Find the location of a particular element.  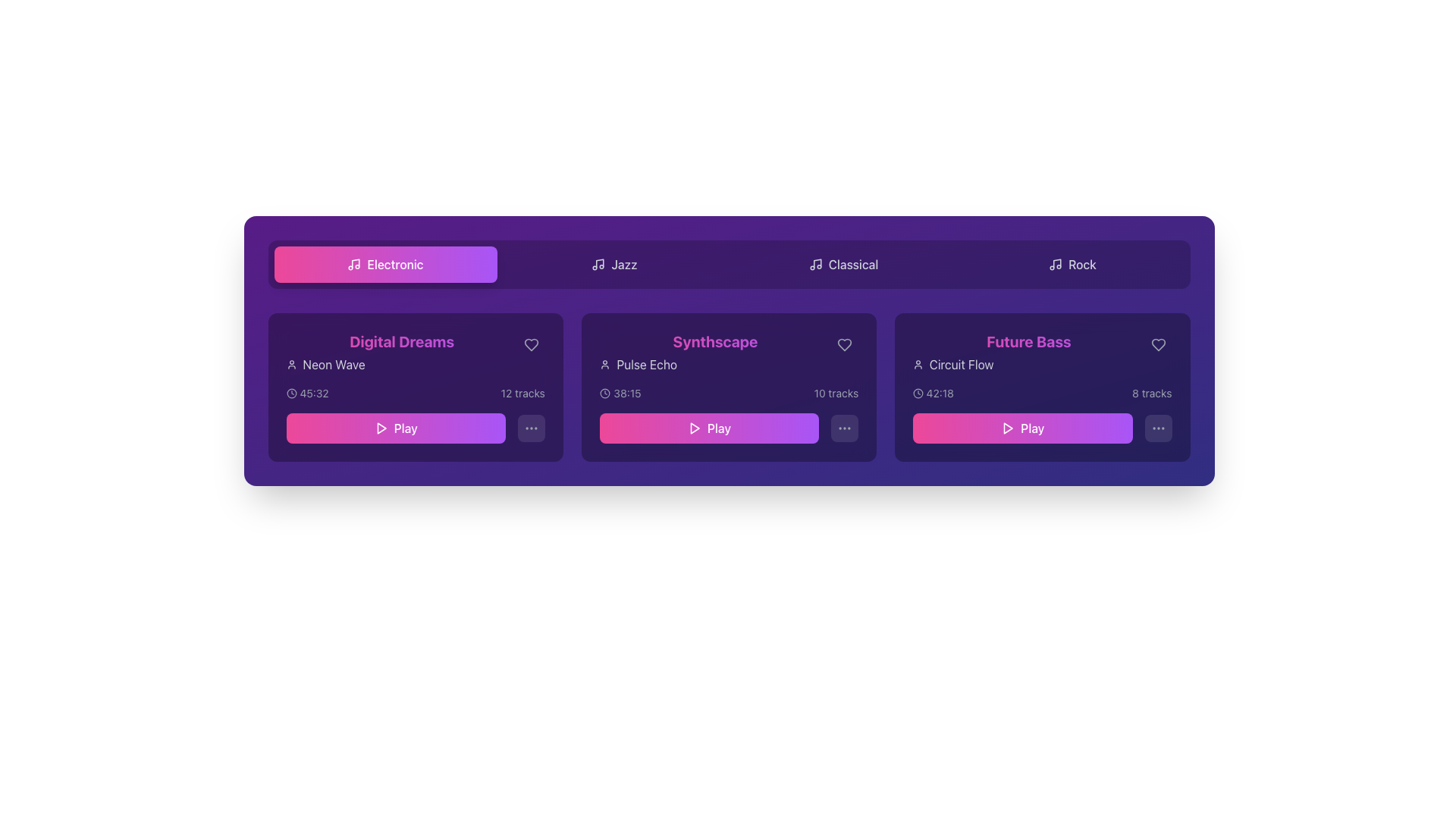

the play icon represented by the triangle within the 'Digital Dreams' card, located to the left of the 'Play' button is located at coordinates (381, 428).